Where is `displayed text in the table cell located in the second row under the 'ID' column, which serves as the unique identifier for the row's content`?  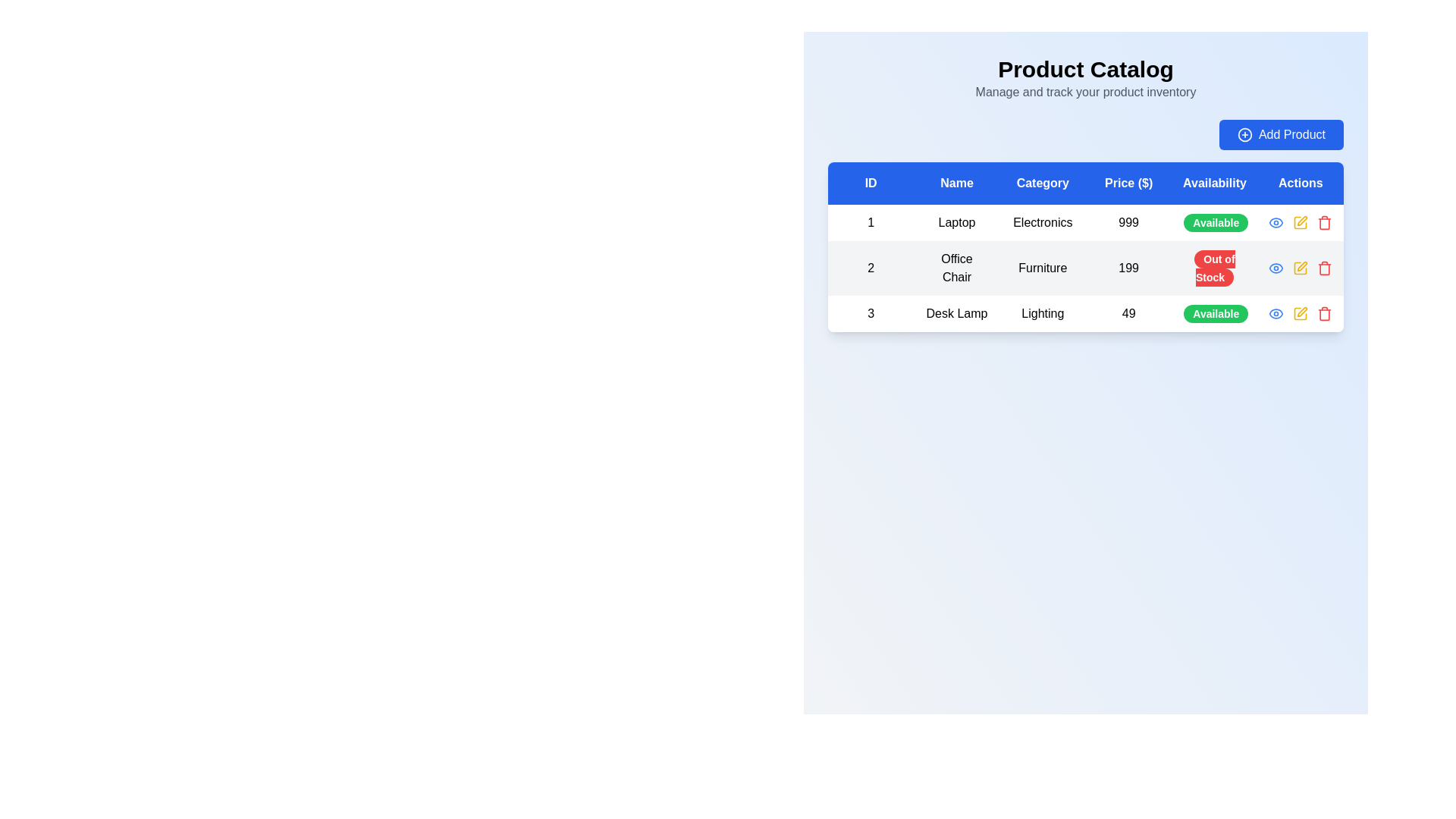
displayed text in the table cell located in the second row under the 'ID' column, which serves as the unique identifier for the row's content is located at coordinates (871, 268).